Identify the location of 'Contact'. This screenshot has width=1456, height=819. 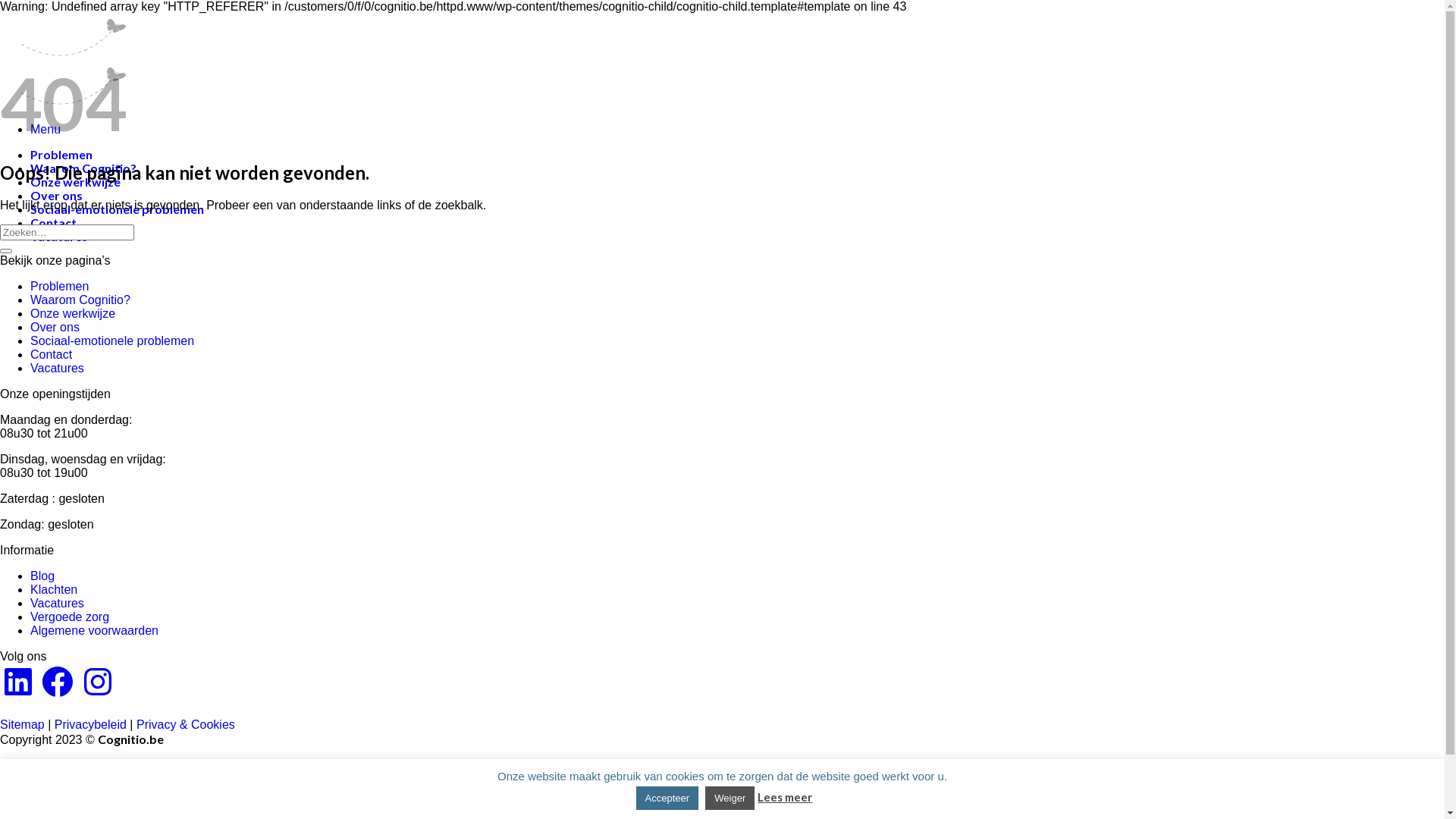
(53, 222).